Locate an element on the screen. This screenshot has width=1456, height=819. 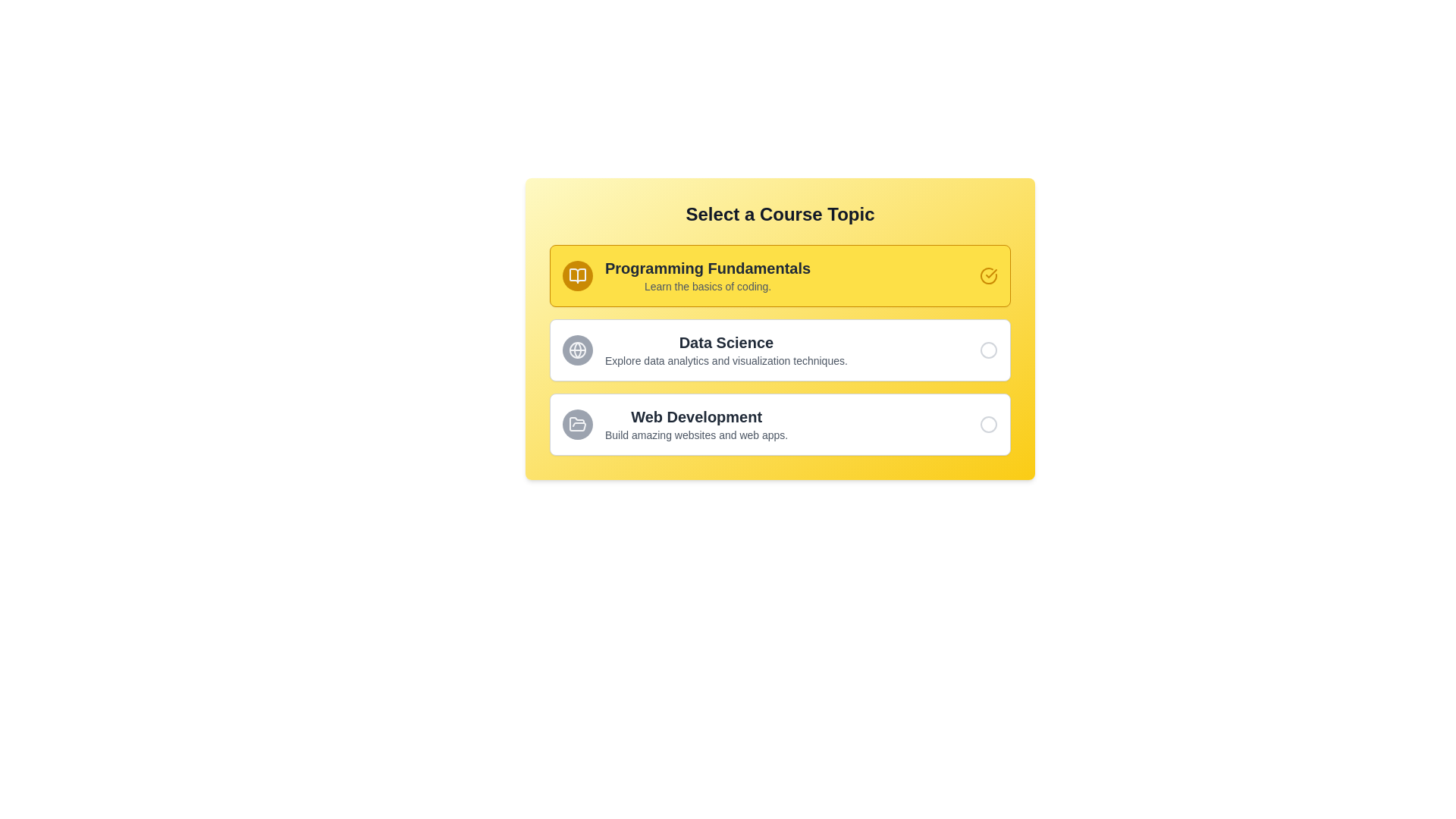
the radio button for the 'Data Science' option, which is a circular shape located in the second option card on the right side, just above the card's vertical centerline is located at coordinates (989, 350).